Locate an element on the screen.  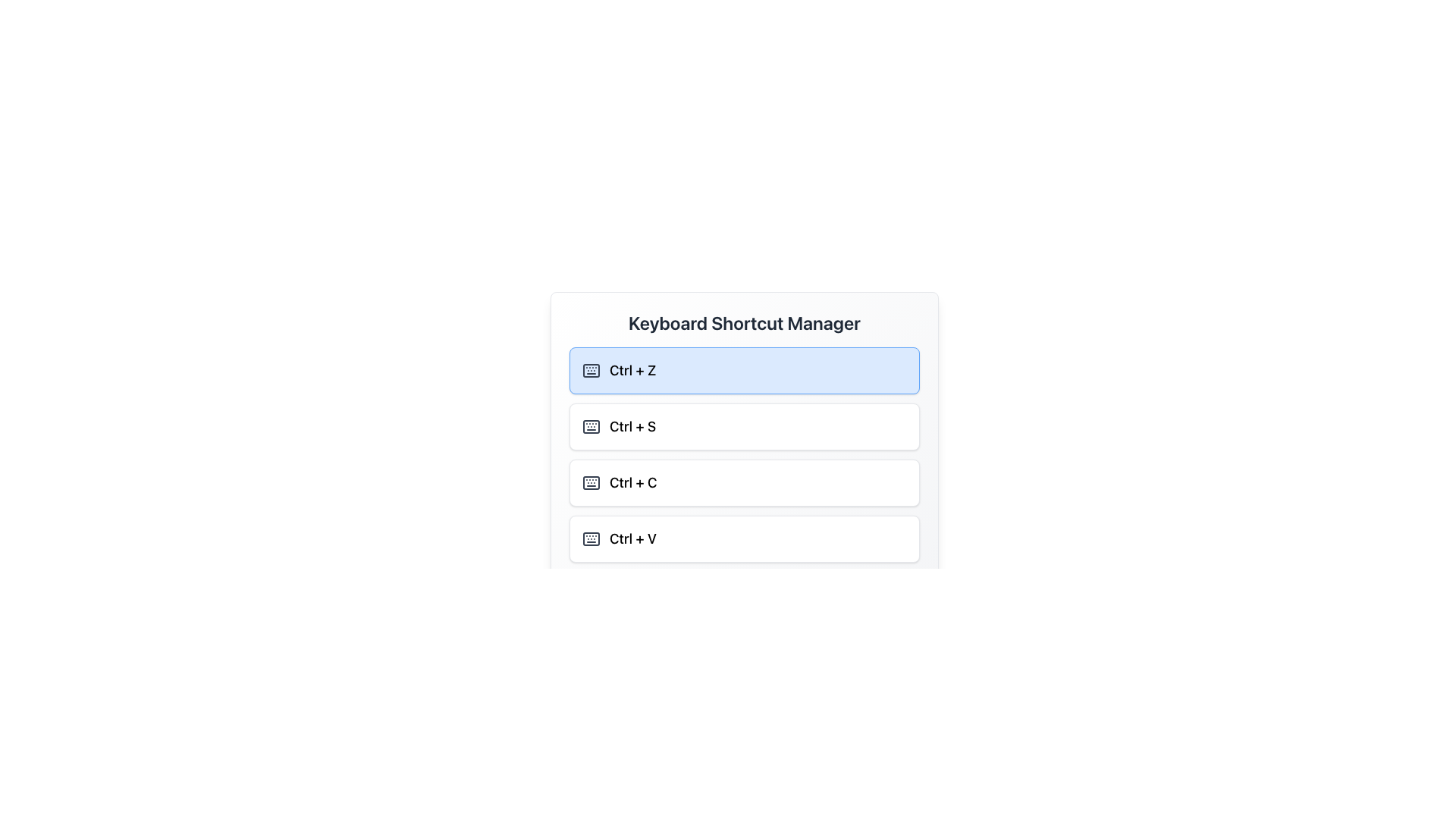
the 'Ctrl + S' button, which is the second item in a vertical list of keyboard shortcuts is located at coordinates (745, 427).